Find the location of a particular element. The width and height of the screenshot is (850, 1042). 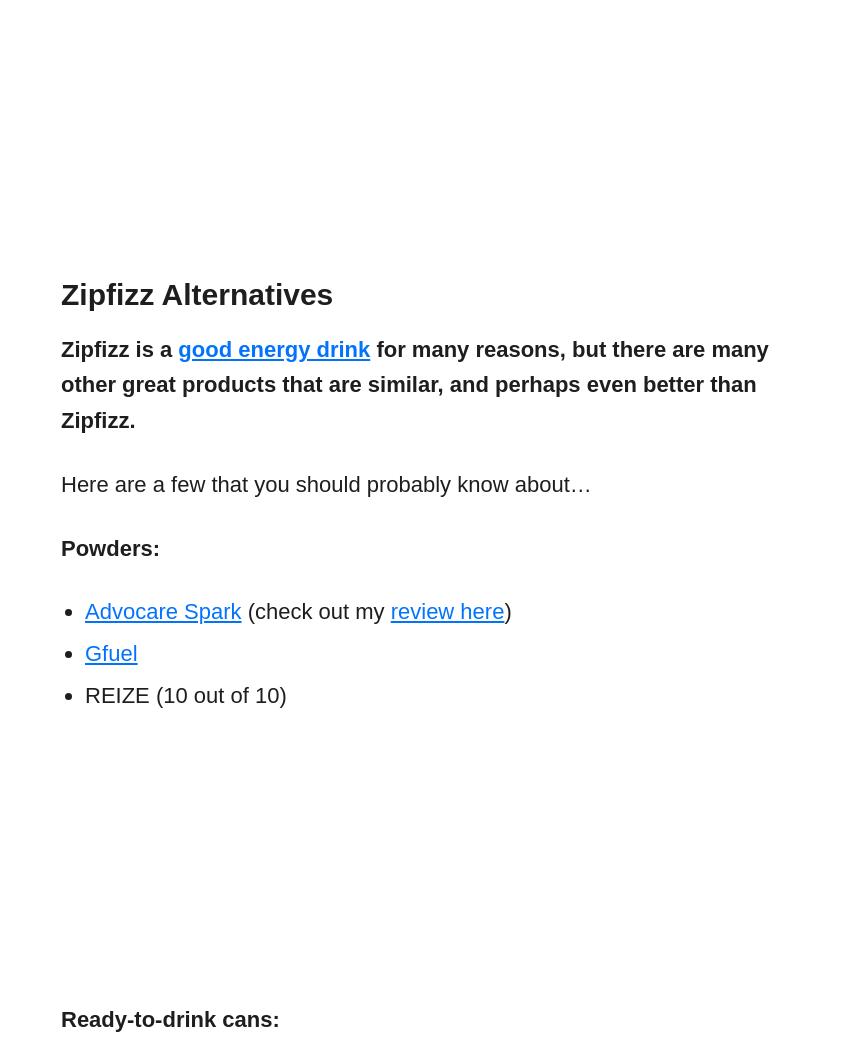

'for many reasons, but there are many other great products that are similar, and perhaps even better than Zipfizz.' is located at coordinates (414, 383).